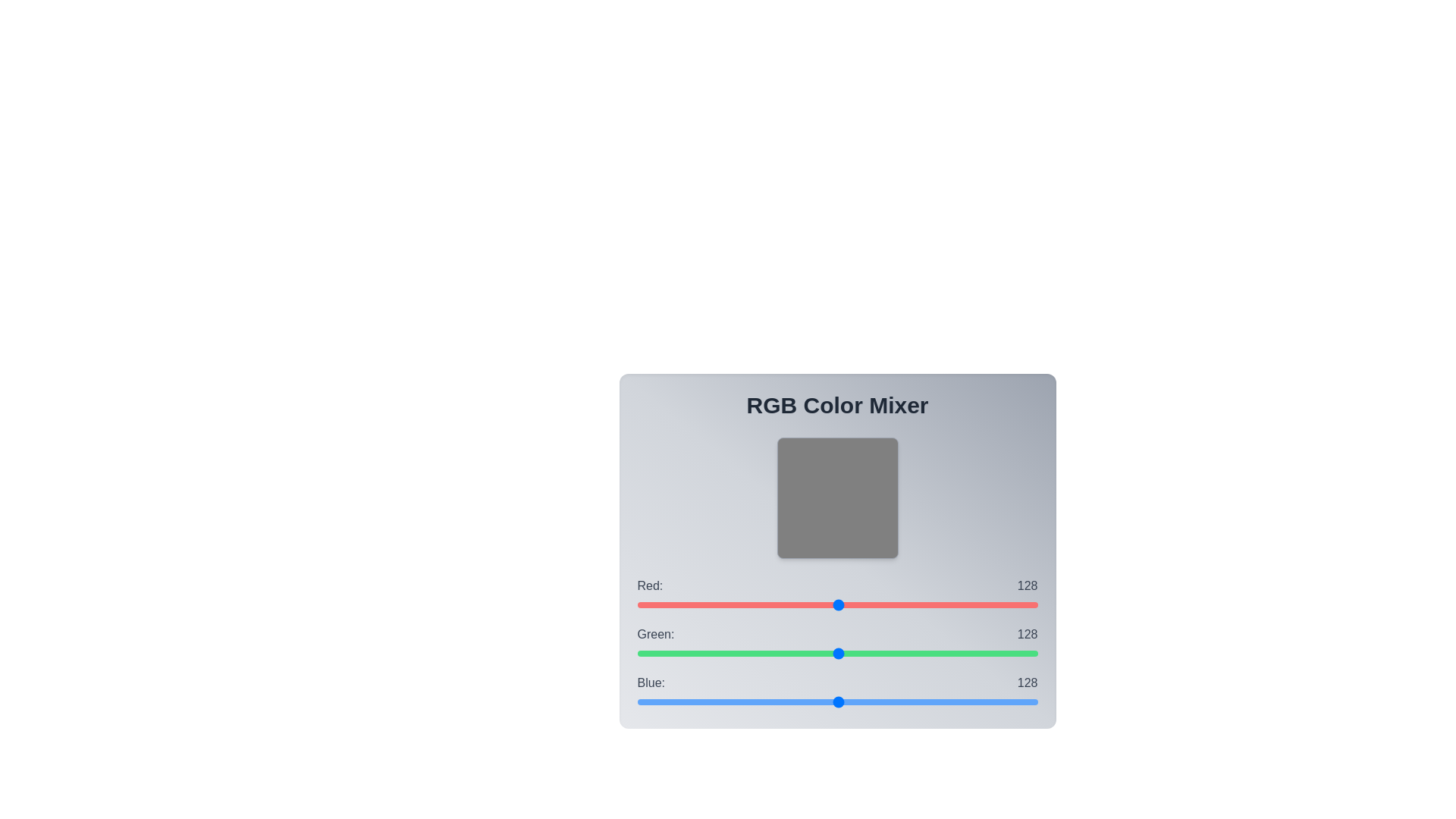 The image size is (1456, 819). I want to click on the green slider to set its value to 128, so click(837, 652).